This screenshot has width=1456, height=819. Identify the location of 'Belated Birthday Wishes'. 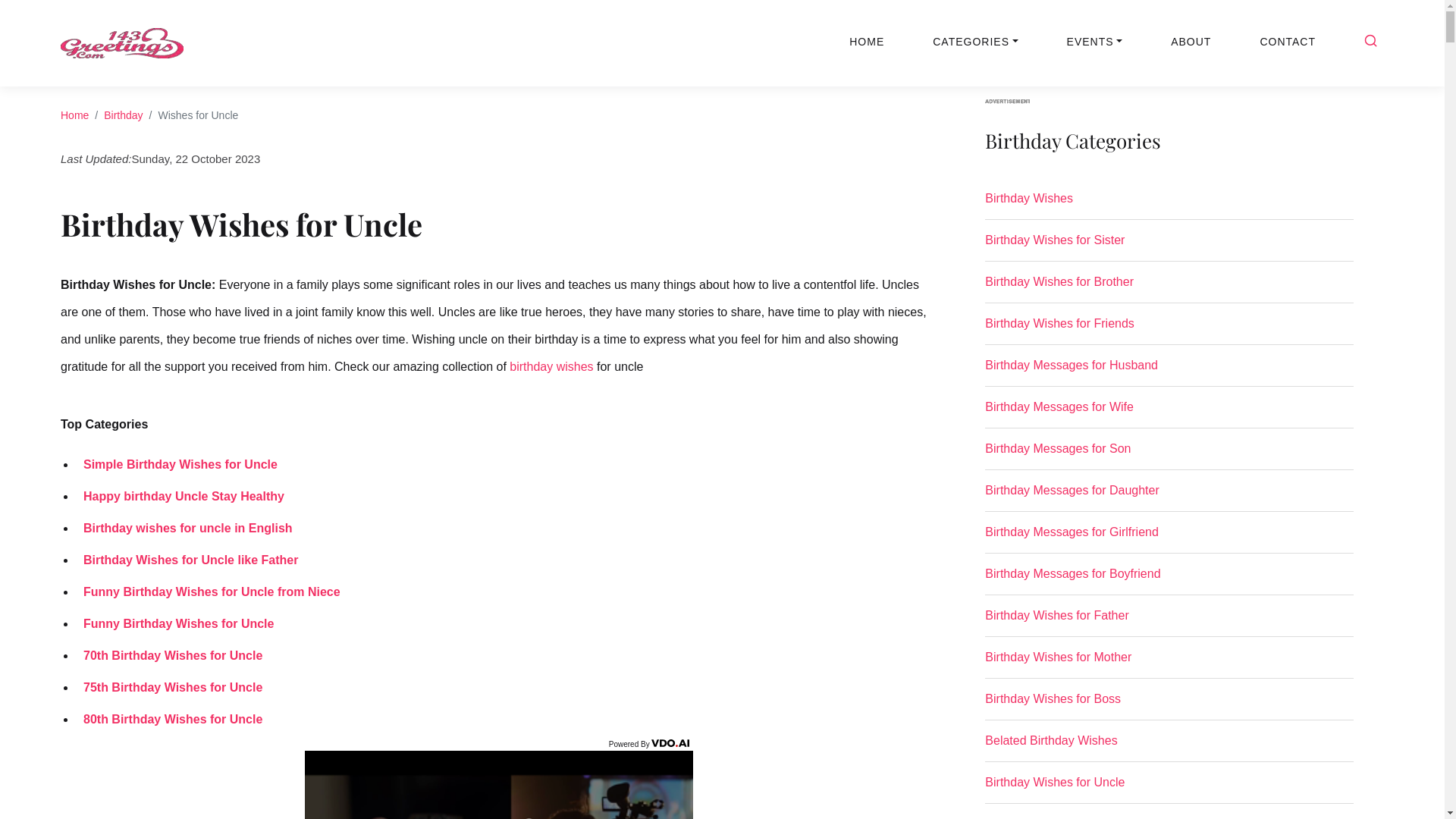
(1168, 745).